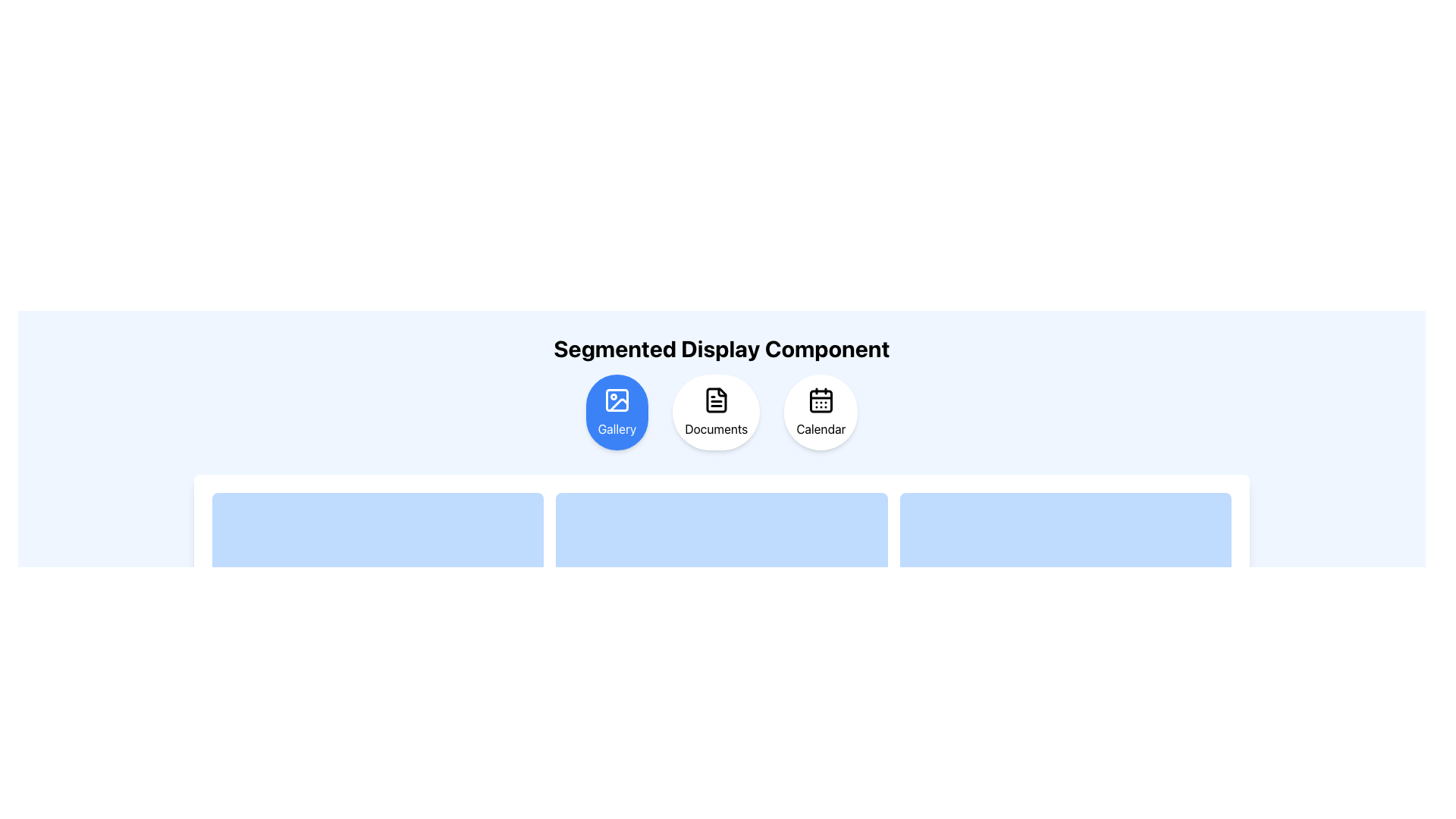  What do you see at coordinates (715, 400) in the screenshot?
I see `the 'Documents' icon` at bounding box center [715, 400].